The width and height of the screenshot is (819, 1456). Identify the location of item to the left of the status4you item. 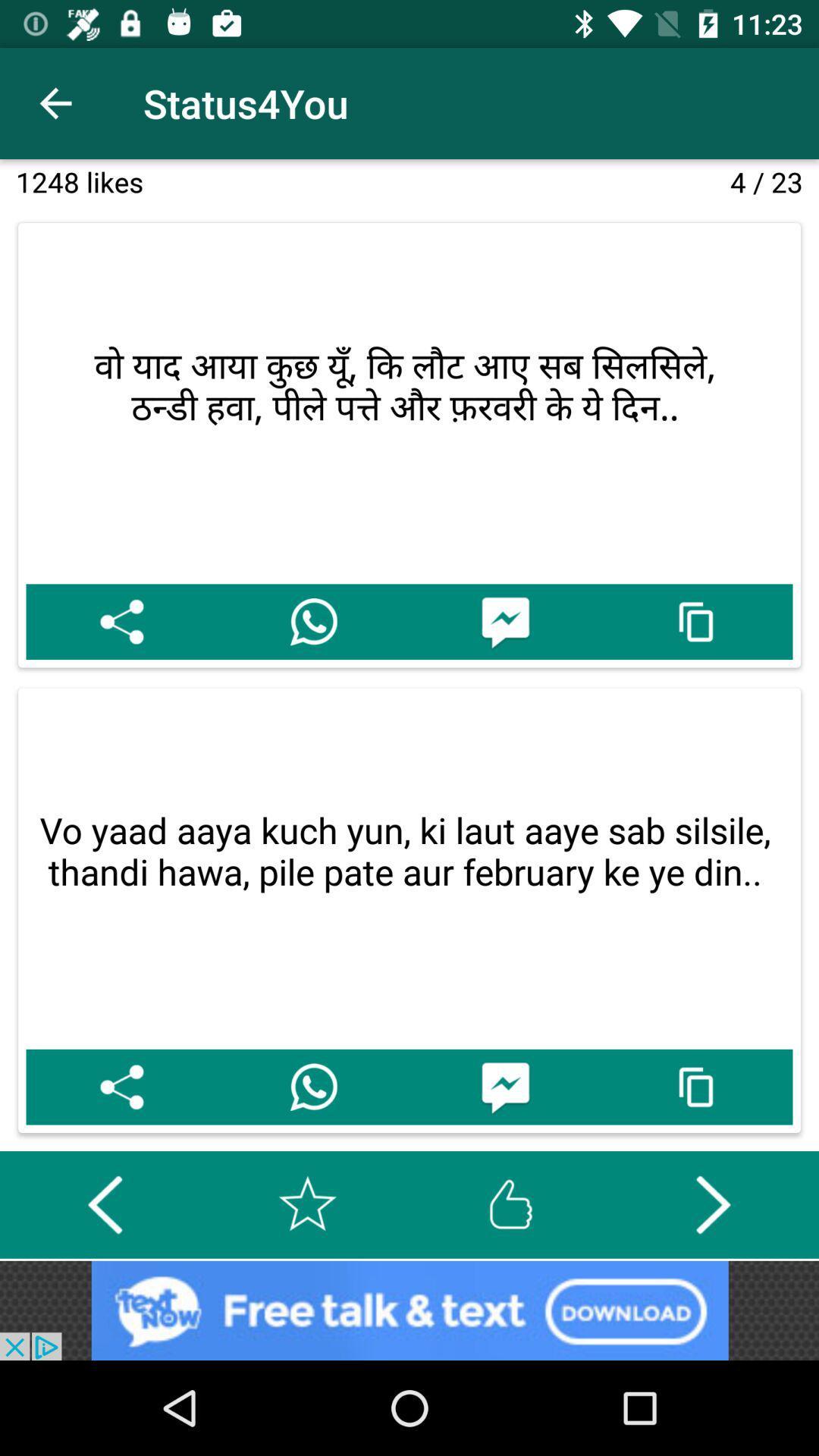
(55, 102).